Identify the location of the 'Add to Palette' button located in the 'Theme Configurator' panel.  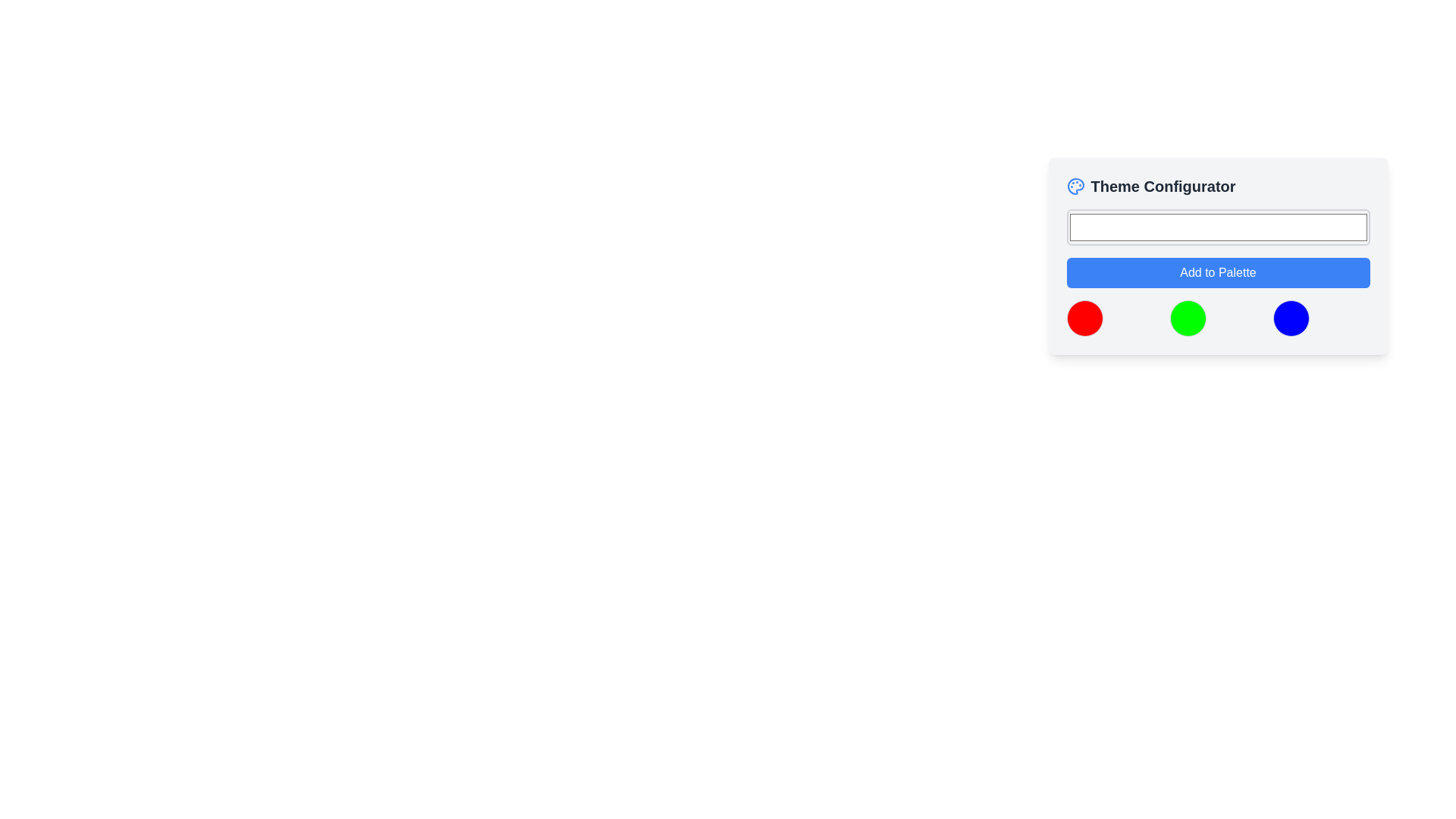
(1218, 271).